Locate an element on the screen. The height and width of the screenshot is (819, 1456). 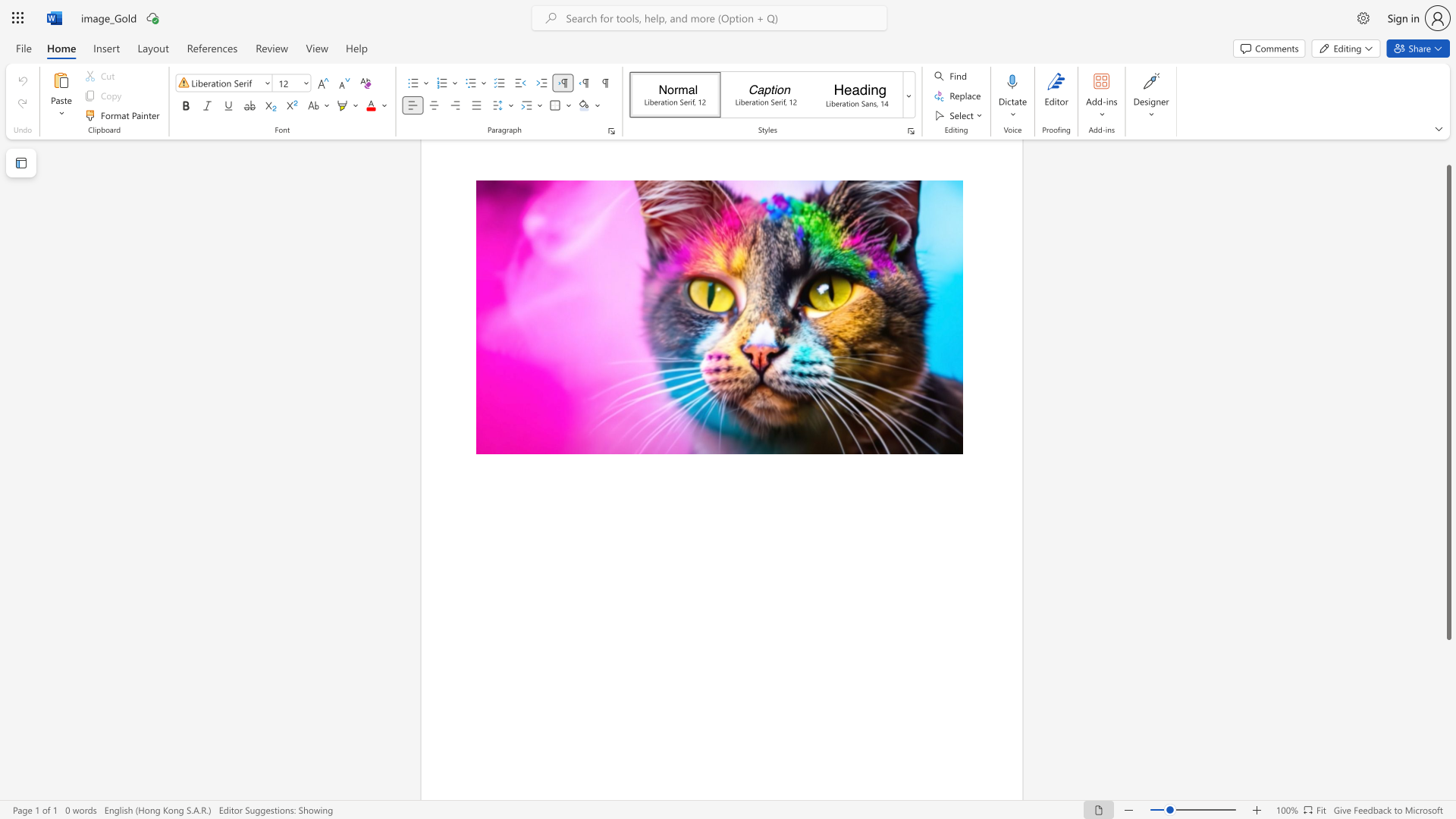
the scrollbar and move down 150 pixels is located at coordinates (1448, 402).